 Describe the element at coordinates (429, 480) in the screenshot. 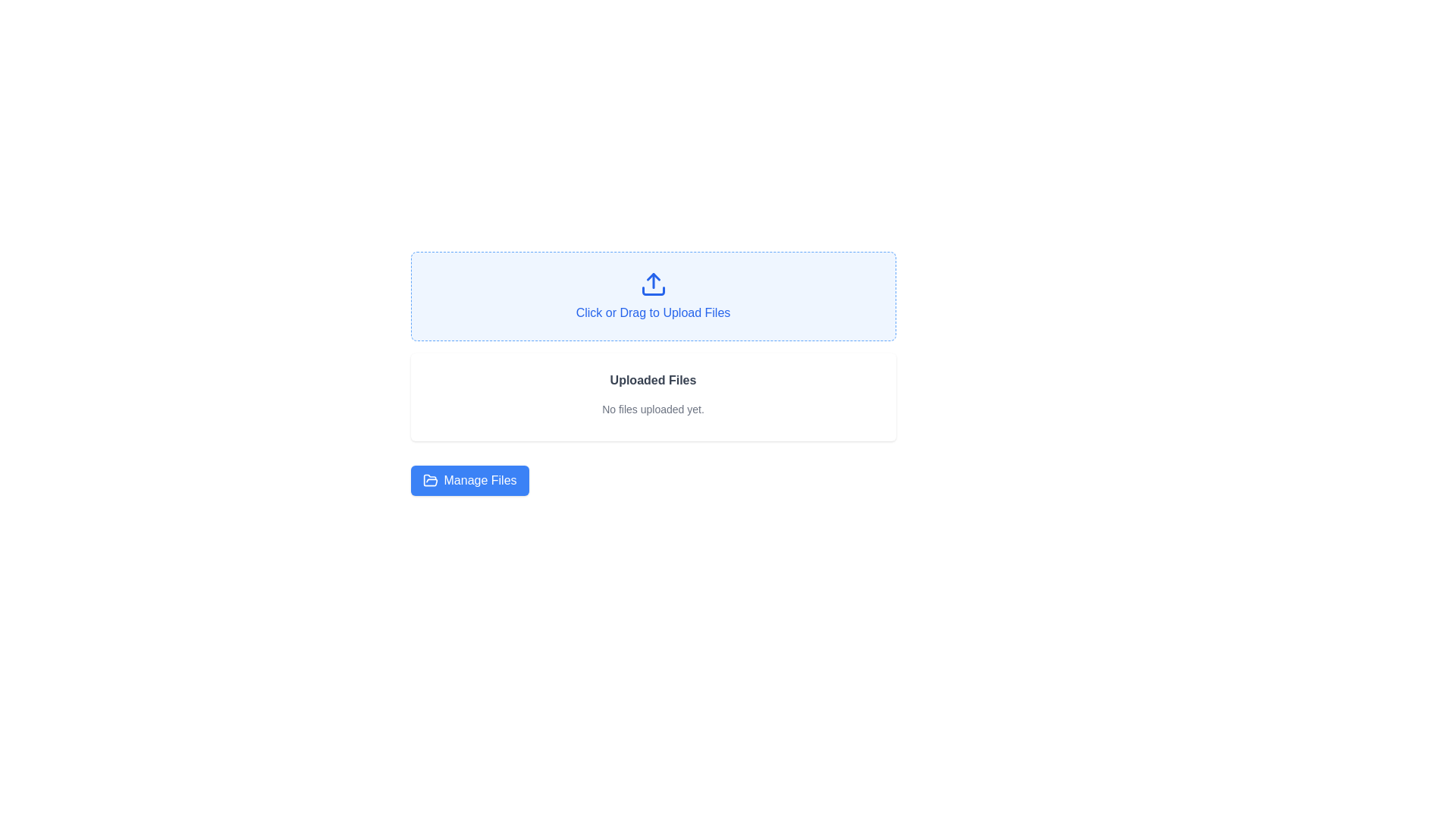

I see `the 'Manage Files' button, which contains an open folder icon styled with a line drawing technique, located at the bottom-center of the interface` at that location.